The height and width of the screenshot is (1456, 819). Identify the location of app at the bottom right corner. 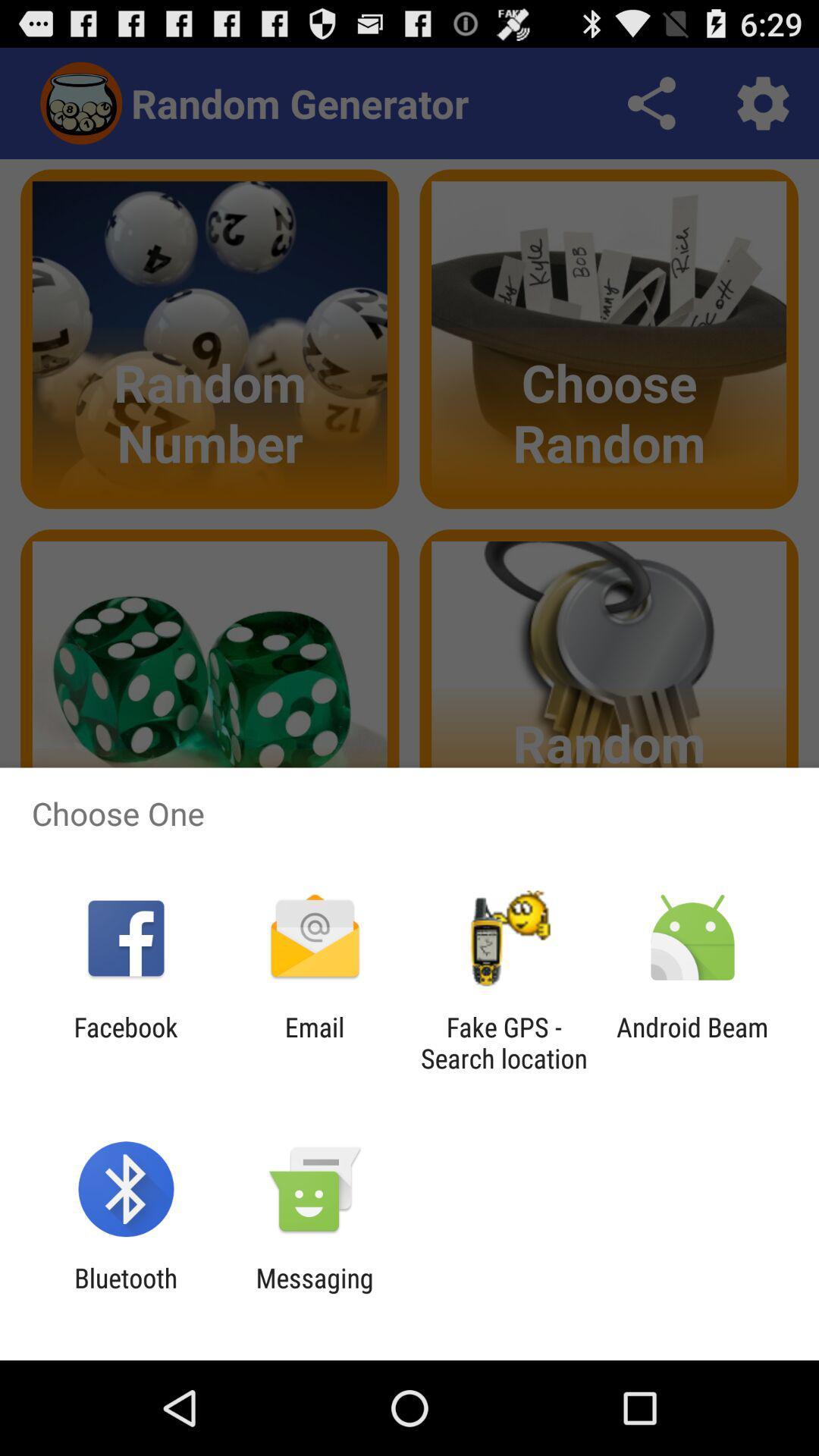
(692, 1042).